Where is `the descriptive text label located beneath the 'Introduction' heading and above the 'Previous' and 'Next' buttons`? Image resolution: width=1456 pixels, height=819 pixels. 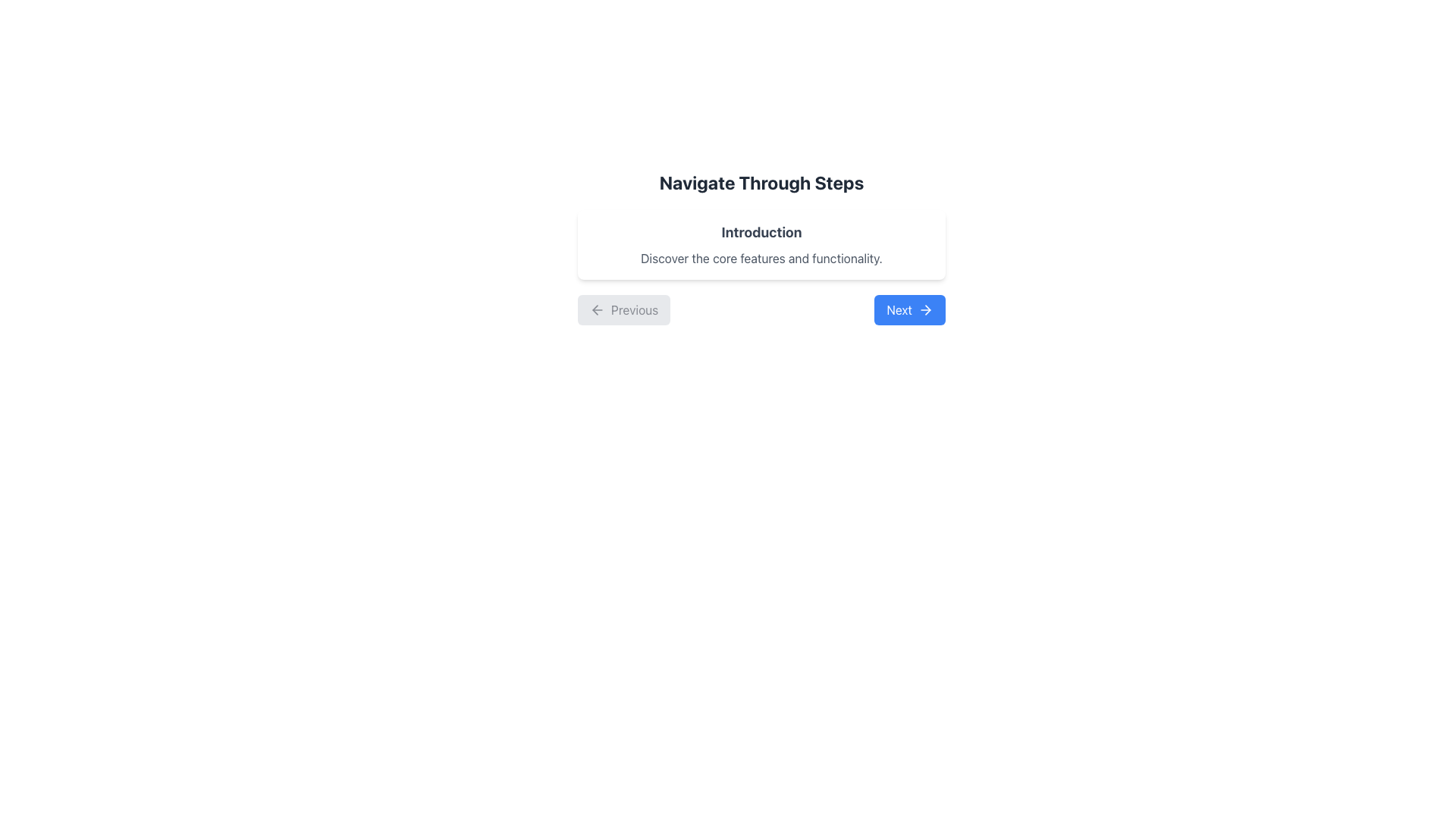 the descriptive text label located beneath the 'Introduction' heading and above the 'Previous' and 'Next' buttons is located at coordinates (761, 257).